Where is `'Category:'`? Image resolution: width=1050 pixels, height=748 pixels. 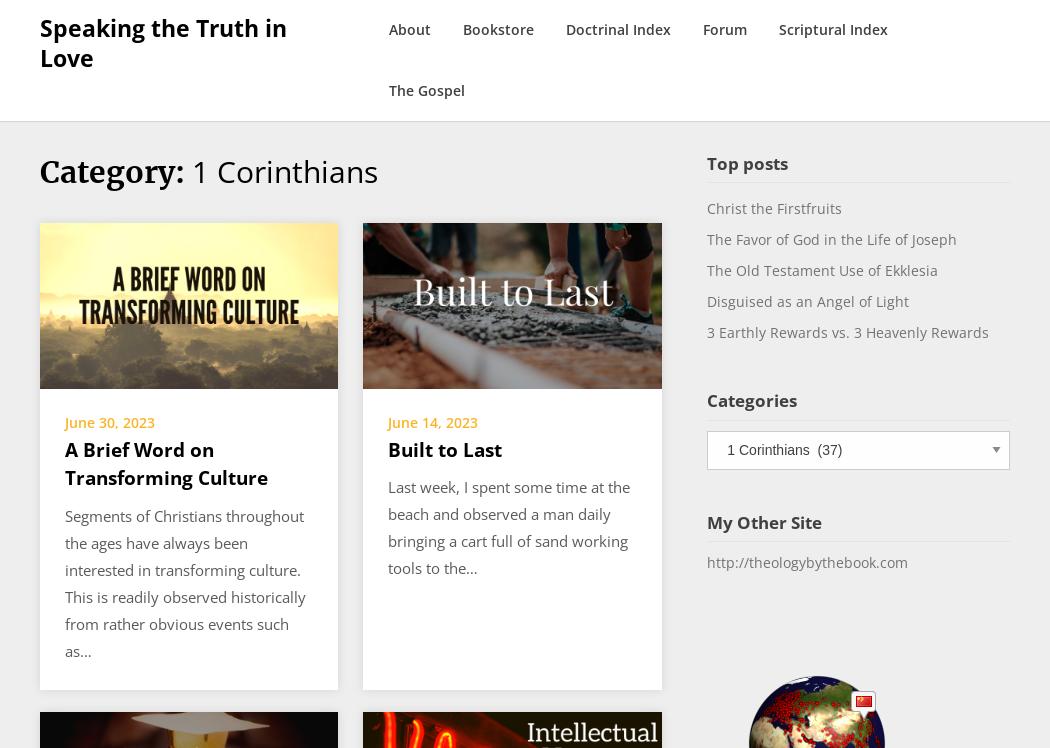
'Category:' is located at coordinates (115, 169).